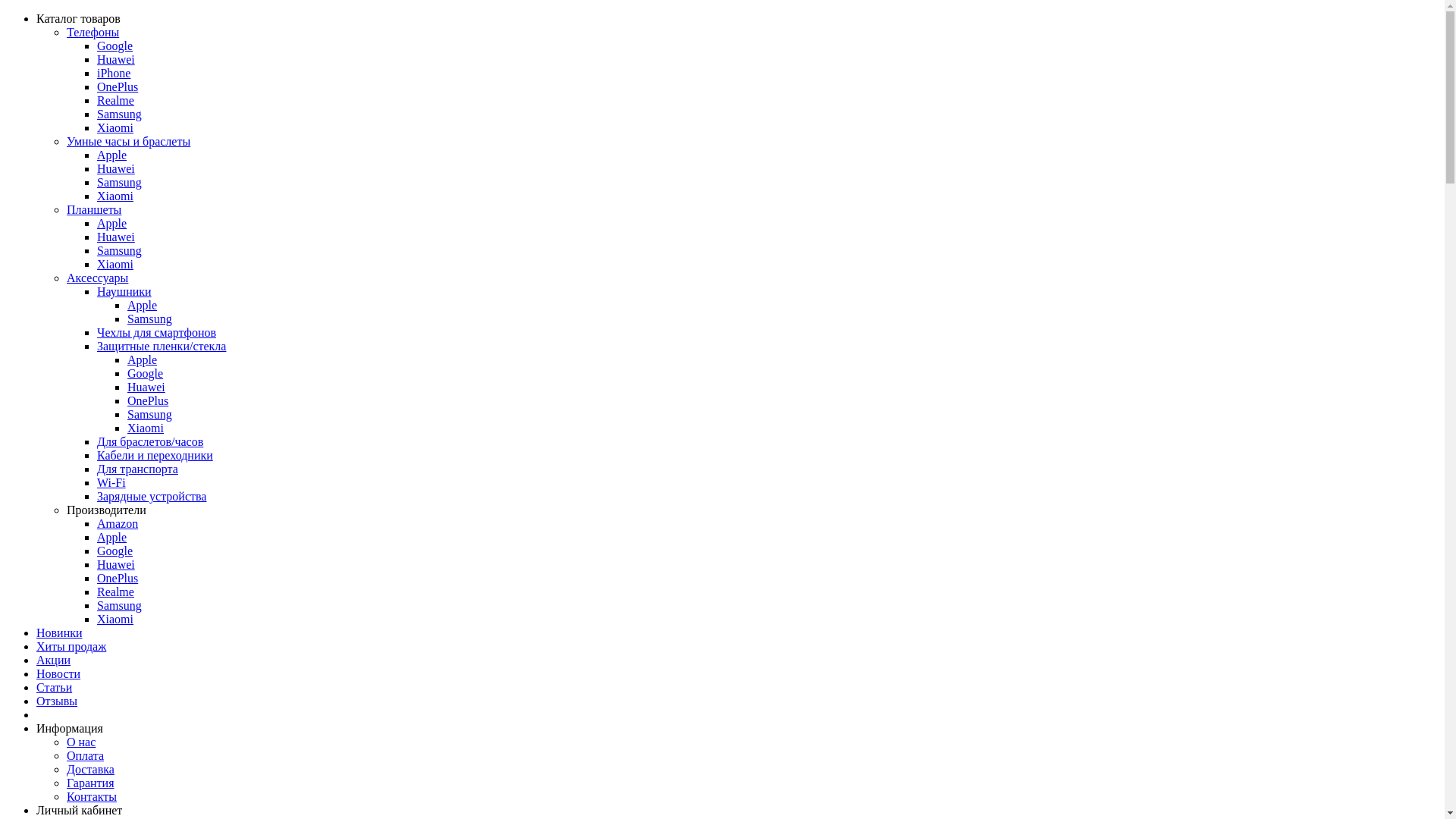  What do you see at coordinates (116, 522) in the screenshot?
I see `'Amazon'` at bounding box center [116, 522].